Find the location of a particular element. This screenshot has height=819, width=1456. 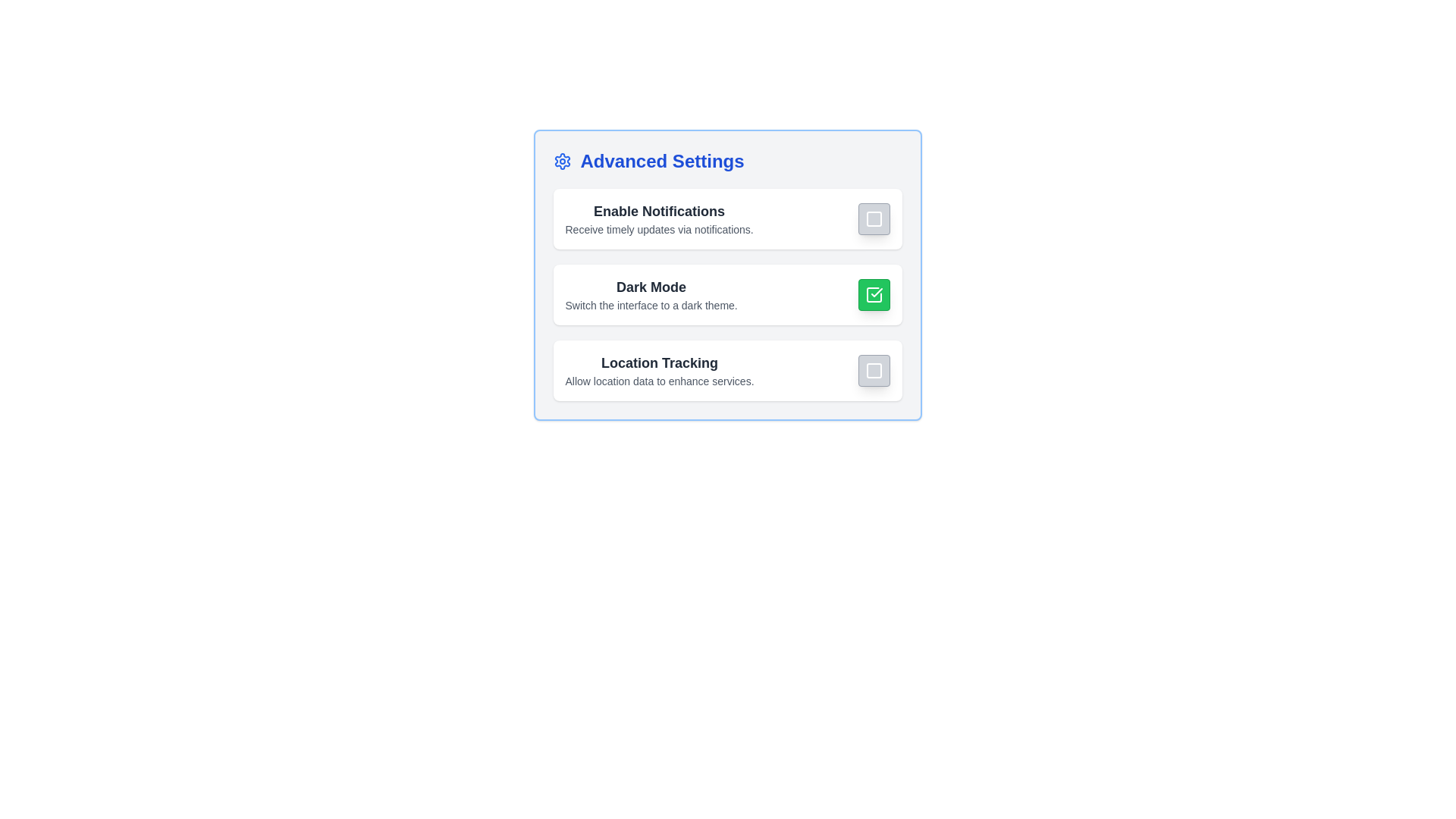

the 'Advanced Settings' text label, which is prominently styled in bold blue font and serves as a header for the section is located at coordinates (662, 161).